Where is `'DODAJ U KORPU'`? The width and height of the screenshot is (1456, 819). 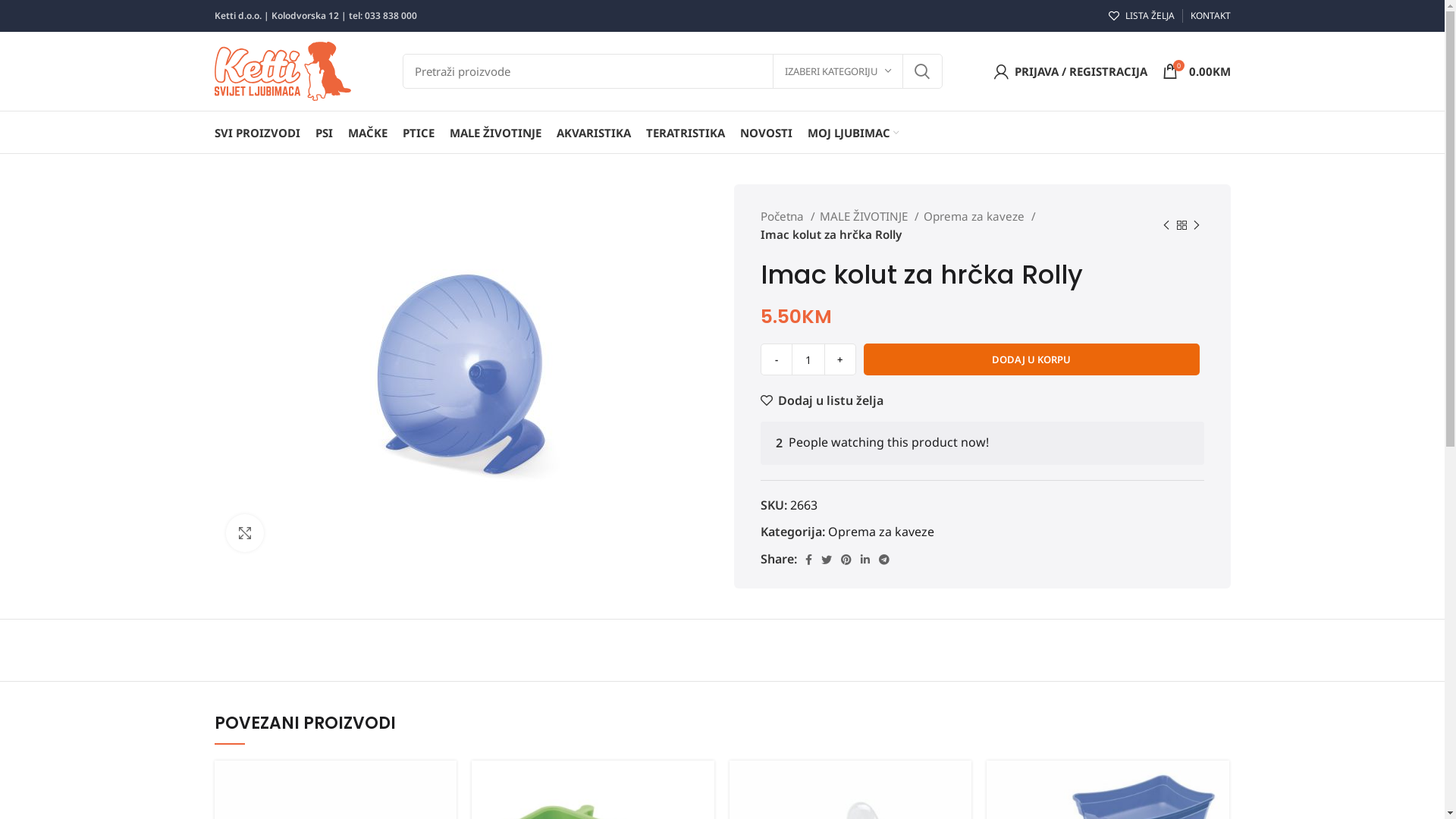 'DODAJ U KORPU' is located at coordinates (1031, 359).